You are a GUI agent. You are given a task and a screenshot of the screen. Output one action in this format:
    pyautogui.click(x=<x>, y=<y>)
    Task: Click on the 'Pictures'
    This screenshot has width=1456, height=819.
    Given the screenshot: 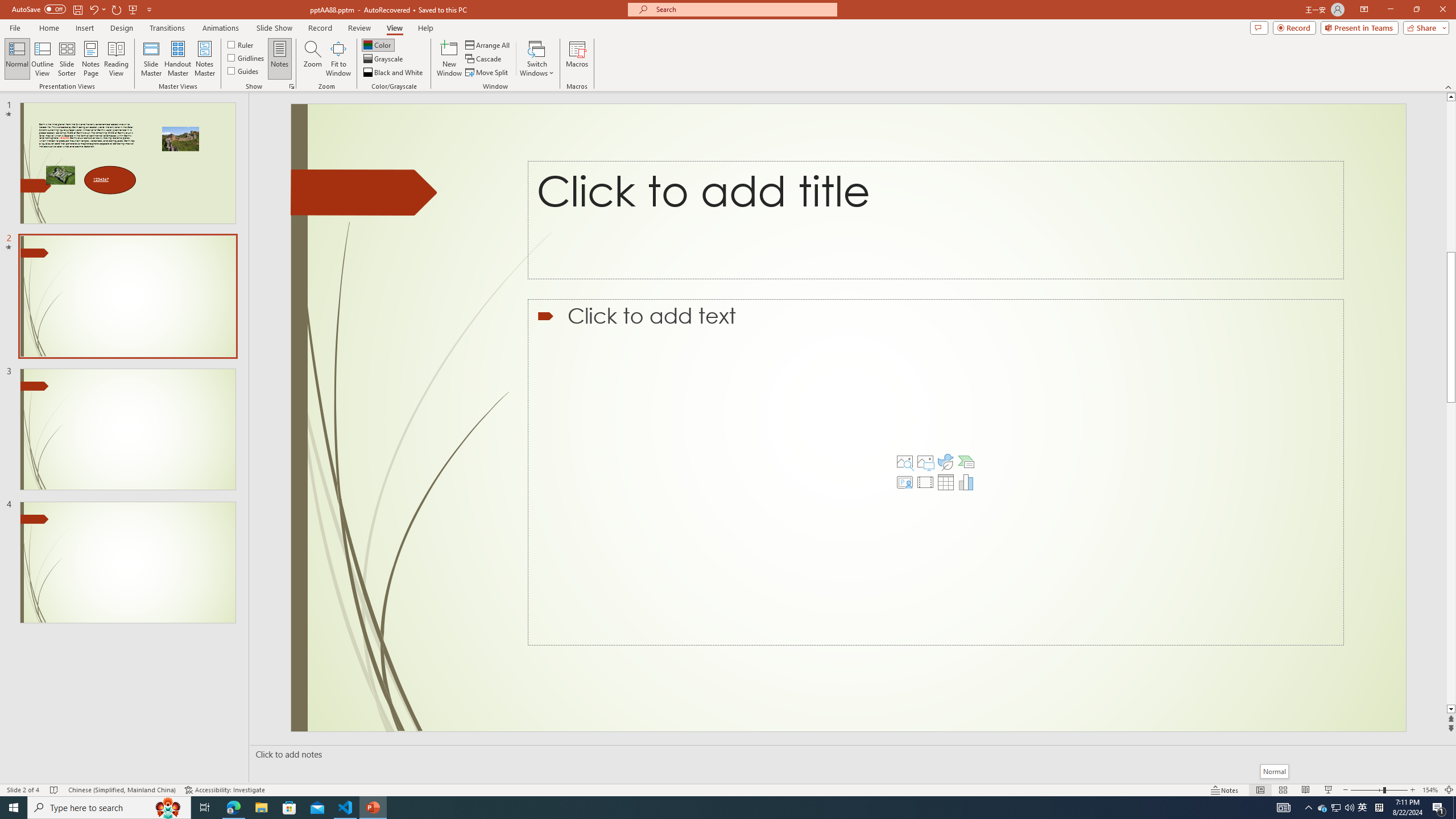 What is the action you would take?
    pyautogui.click(x=925, y=461)
    